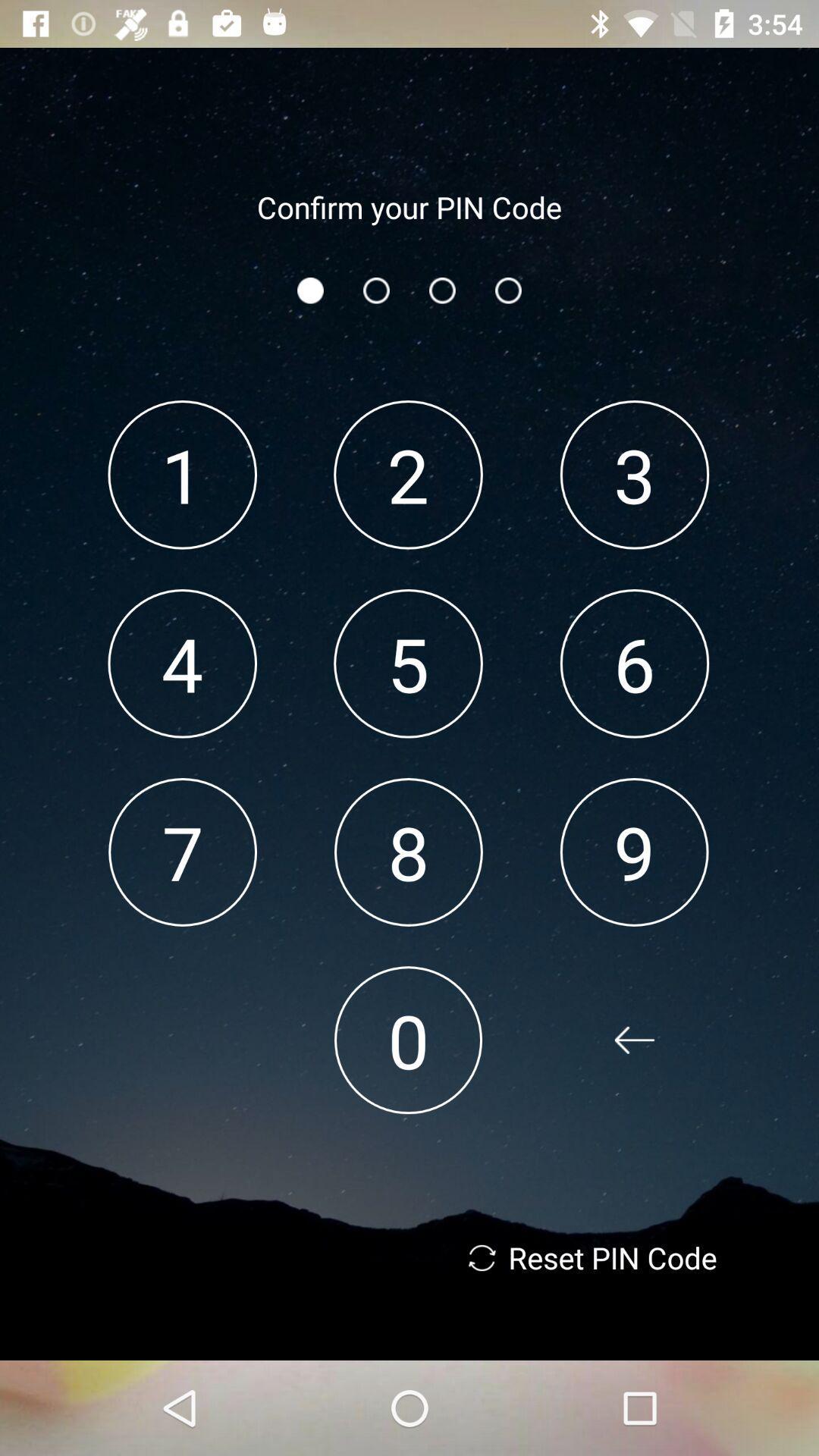 The image size is (819, 1456). Describe the element at coordinates (407, 664) in the screenshot. I see `the icon below 2` at that location.